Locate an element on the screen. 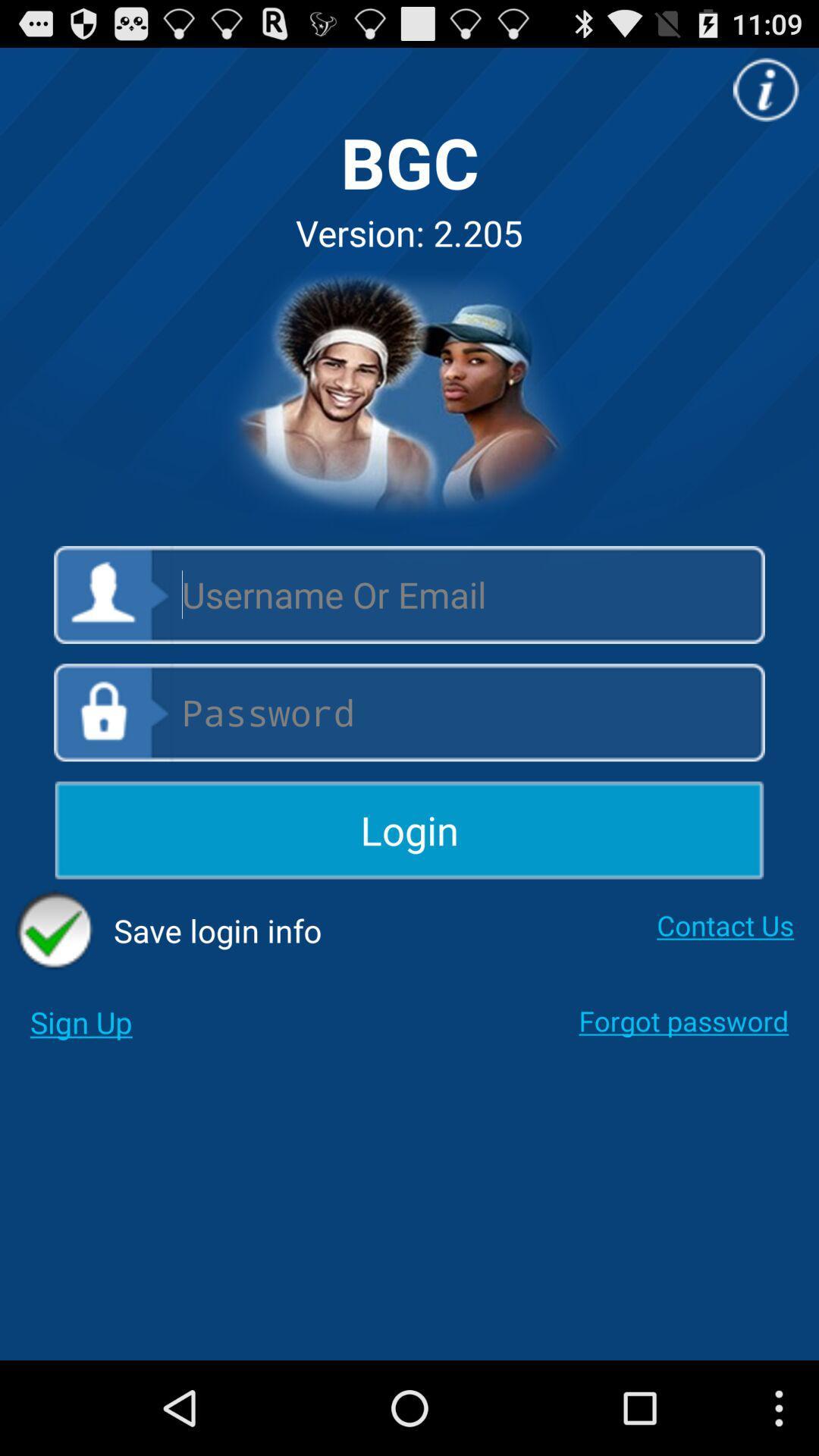  the icon to the right of the   save login info is located at coordinates (724, 924).